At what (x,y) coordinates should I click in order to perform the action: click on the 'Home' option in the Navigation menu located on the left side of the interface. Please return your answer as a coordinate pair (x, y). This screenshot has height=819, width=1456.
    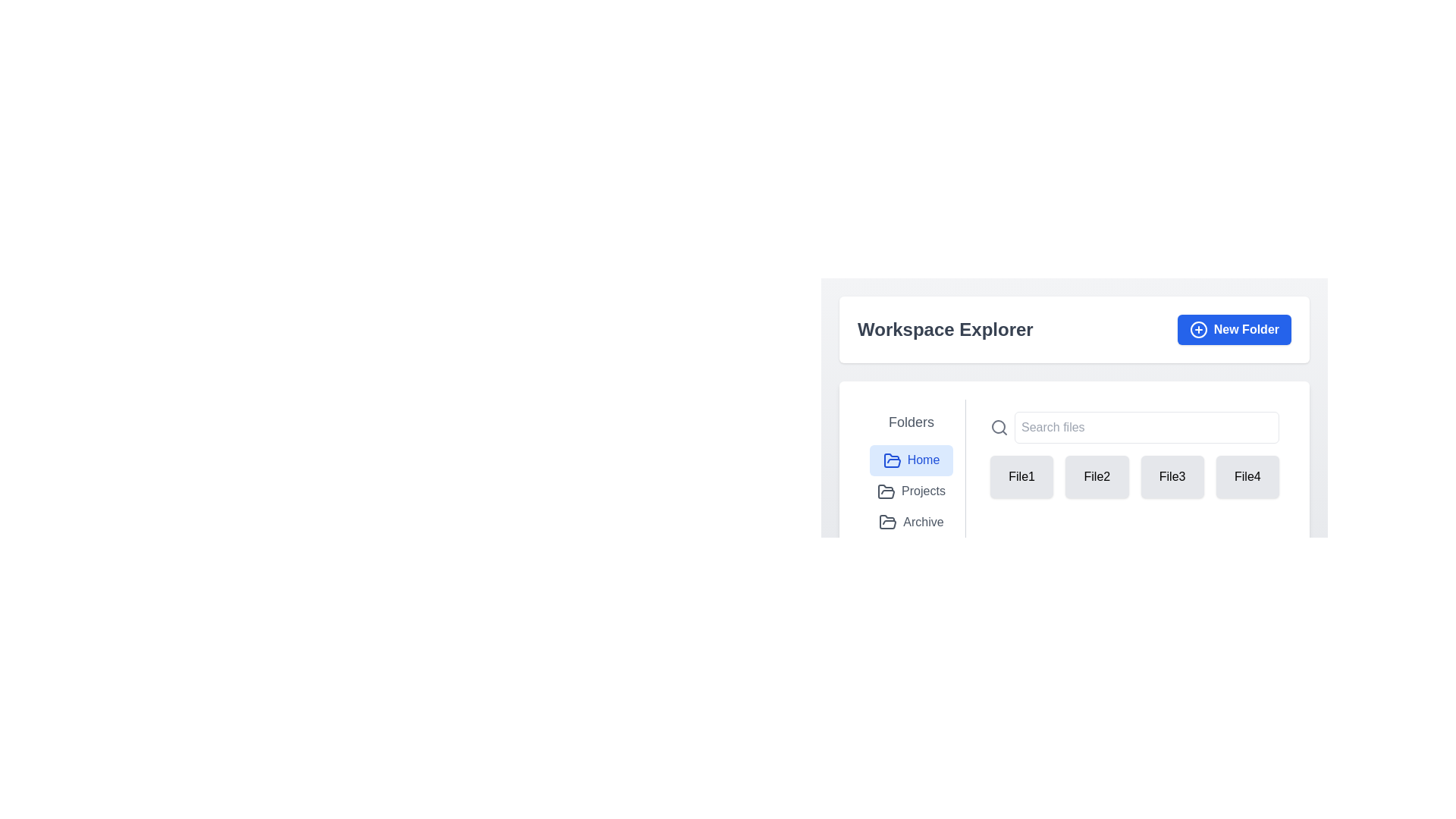
    Looking at the image, I should click on (911, 474).